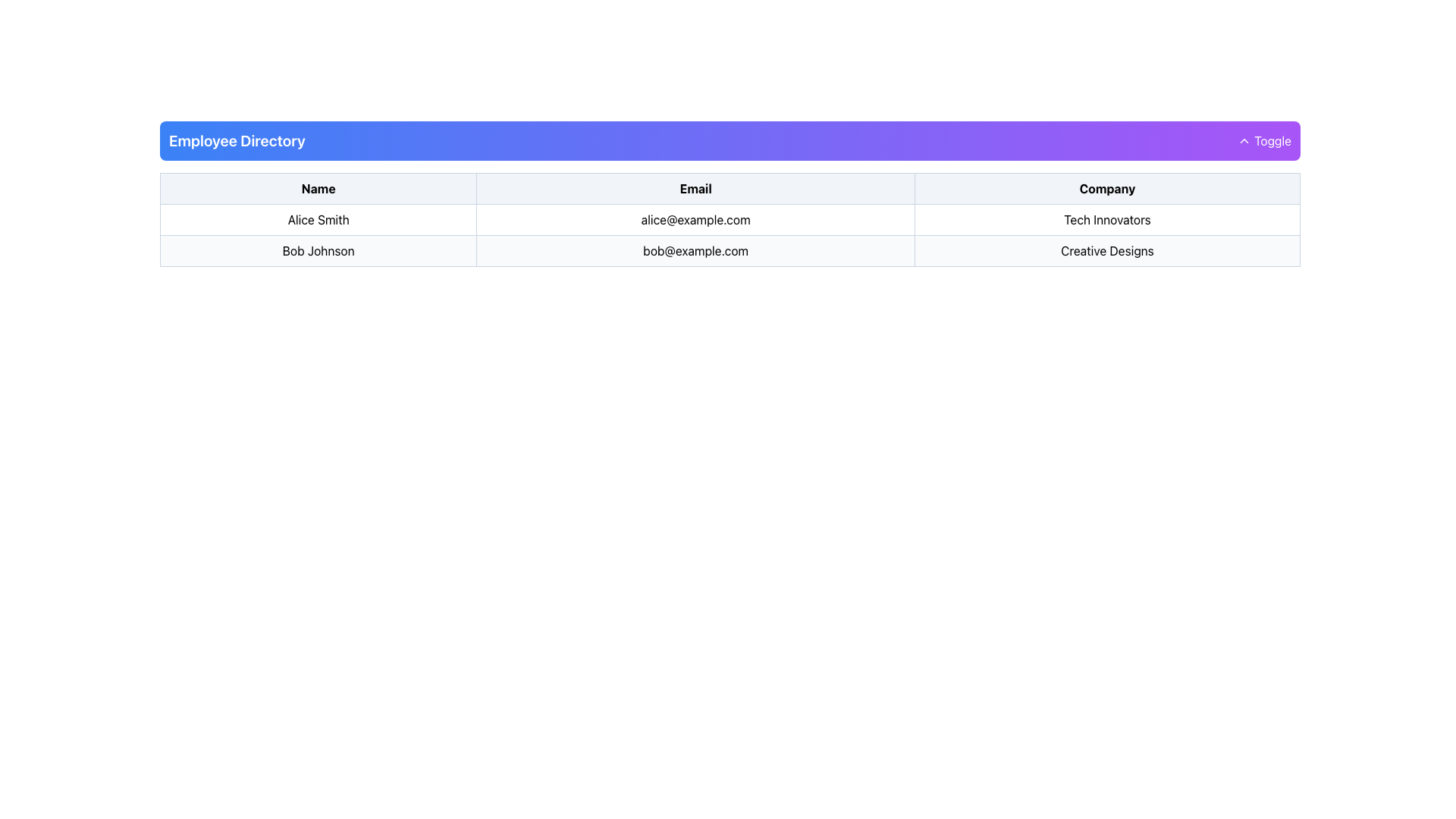  What do you see at coordinates (1244, 140) in the screenshot?
I see `the small upward-pointing triangular arrow icon located to the left of the 'Toggle' label on the purple bar` at bounding box center [1244, 140].